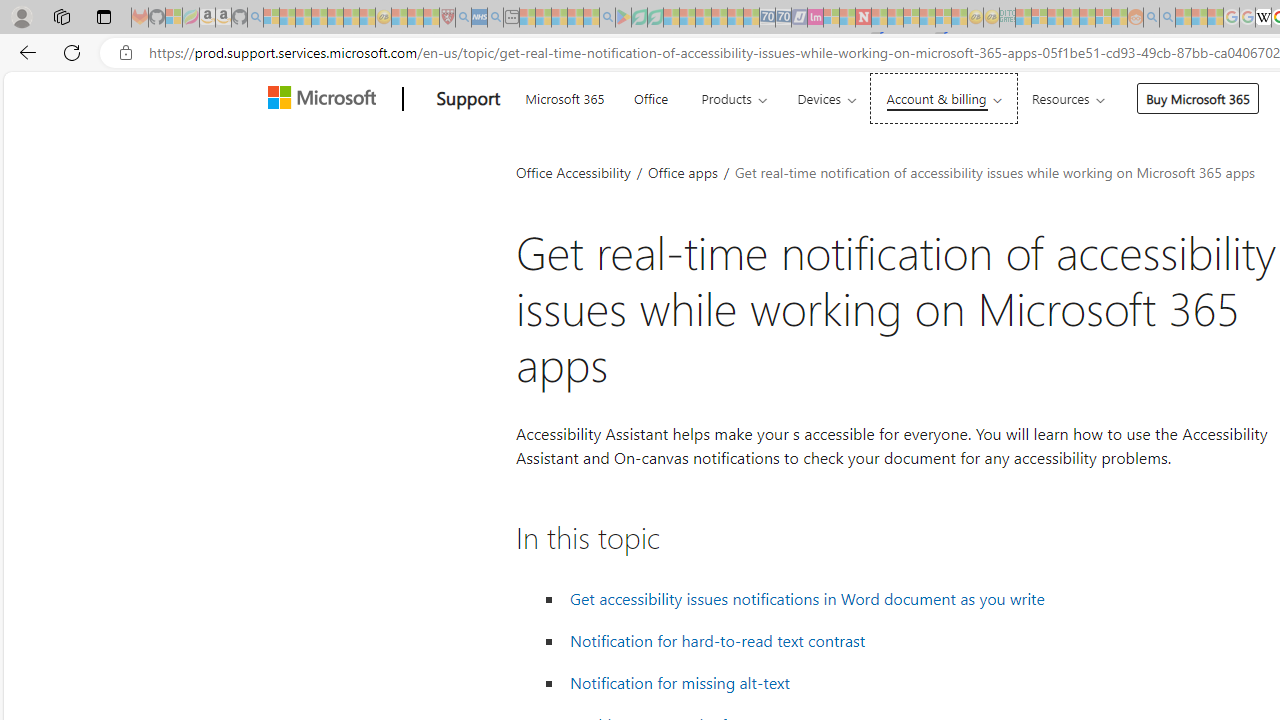  What do you see at coordinates (879, 17) in the screenshot?
I see `'Trusted Community Engagement and Contributions | Guidelines'` at bounding box center [879, 17].